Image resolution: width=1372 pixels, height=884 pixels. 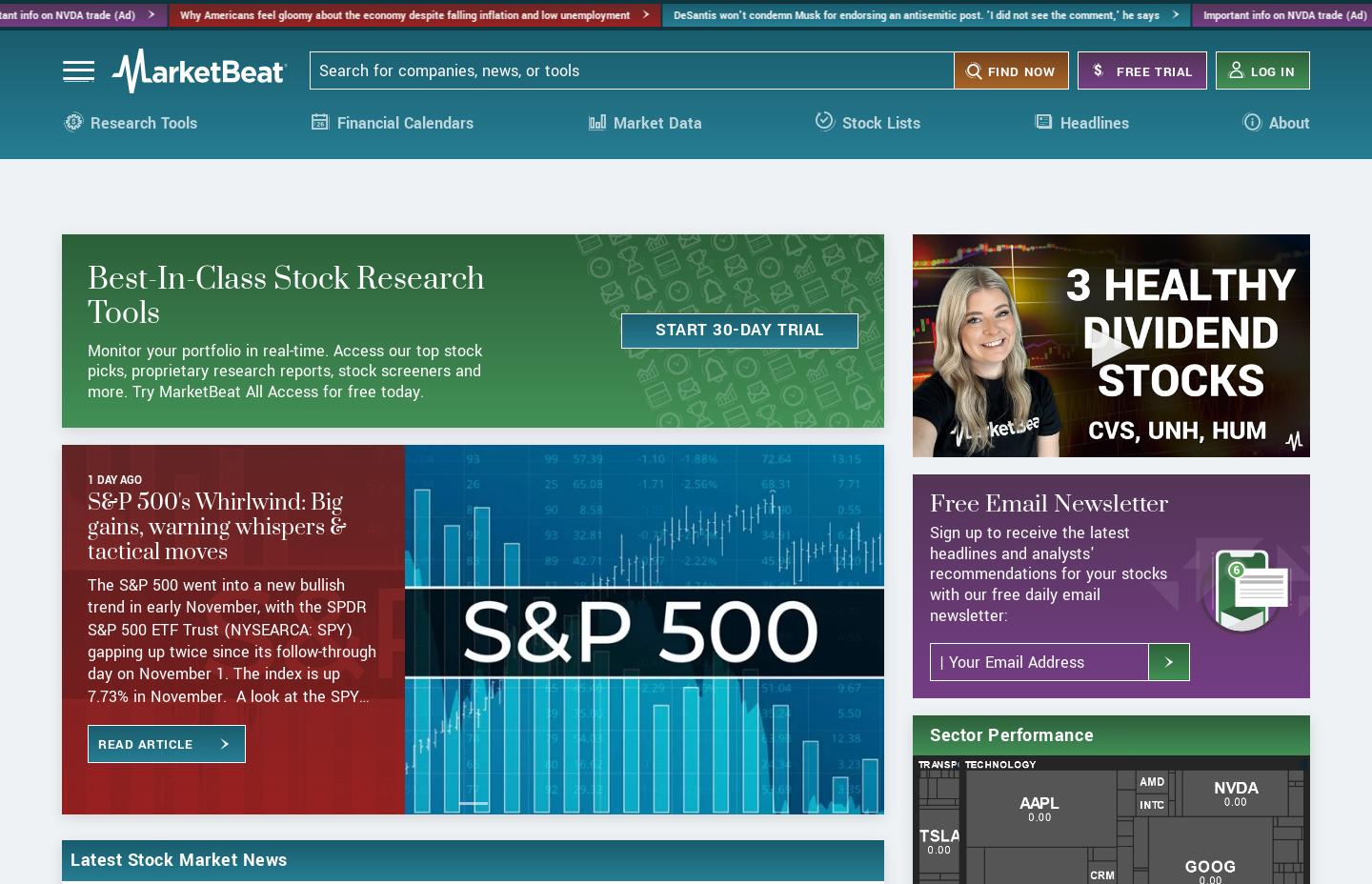 What do you see at coordinates (1058, 138) in the screenshot?
I see `'Headlines'` at bounding box center [1058, 138].